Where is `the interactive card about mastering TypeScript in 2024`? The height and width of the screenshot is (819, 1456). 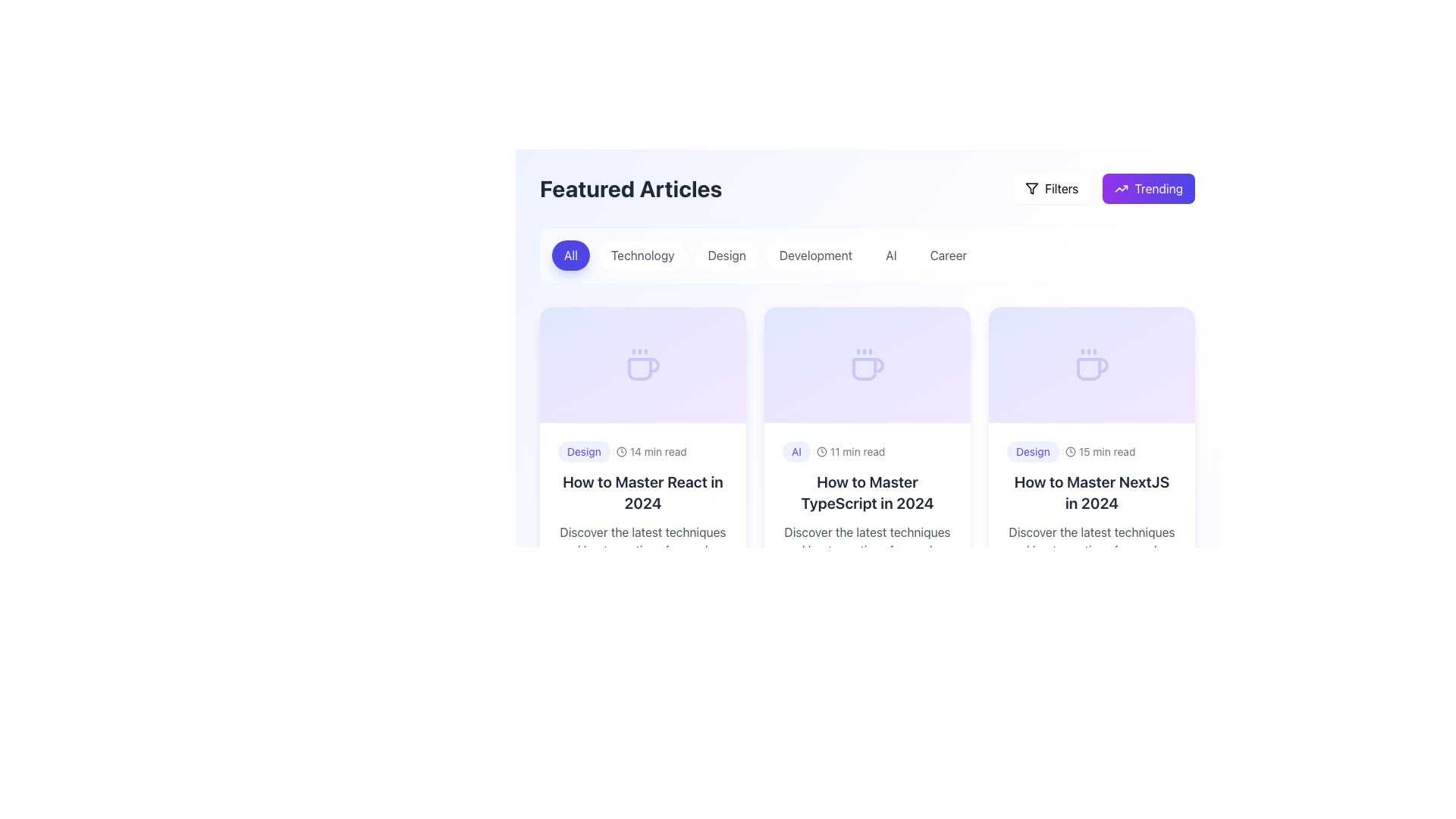 the interactive card about mastering TypeScript in 2024 is located at coordinates (867, 460).